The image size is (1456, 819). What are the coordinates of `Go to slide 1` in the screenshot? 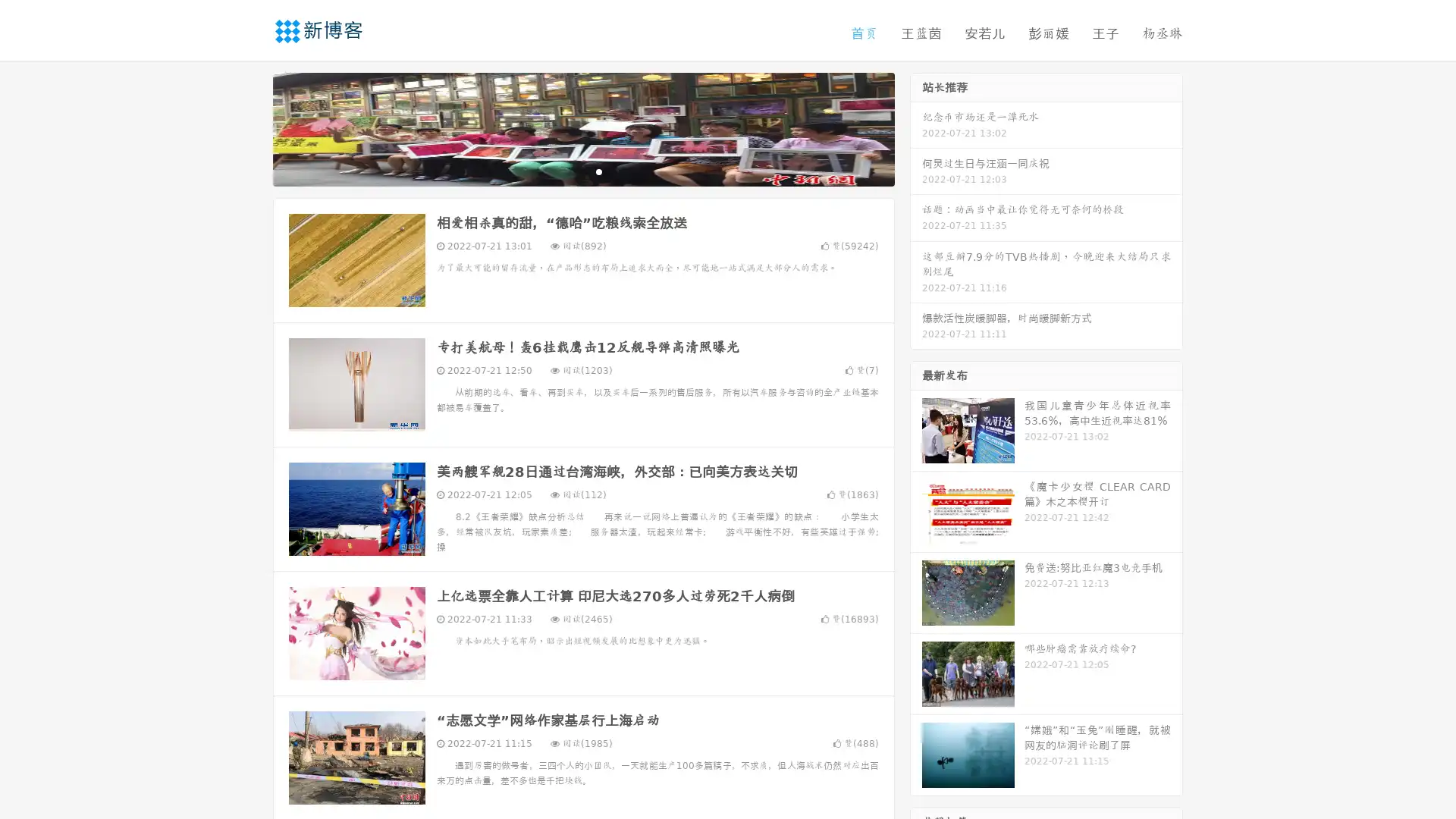 It's located at (567, 171).